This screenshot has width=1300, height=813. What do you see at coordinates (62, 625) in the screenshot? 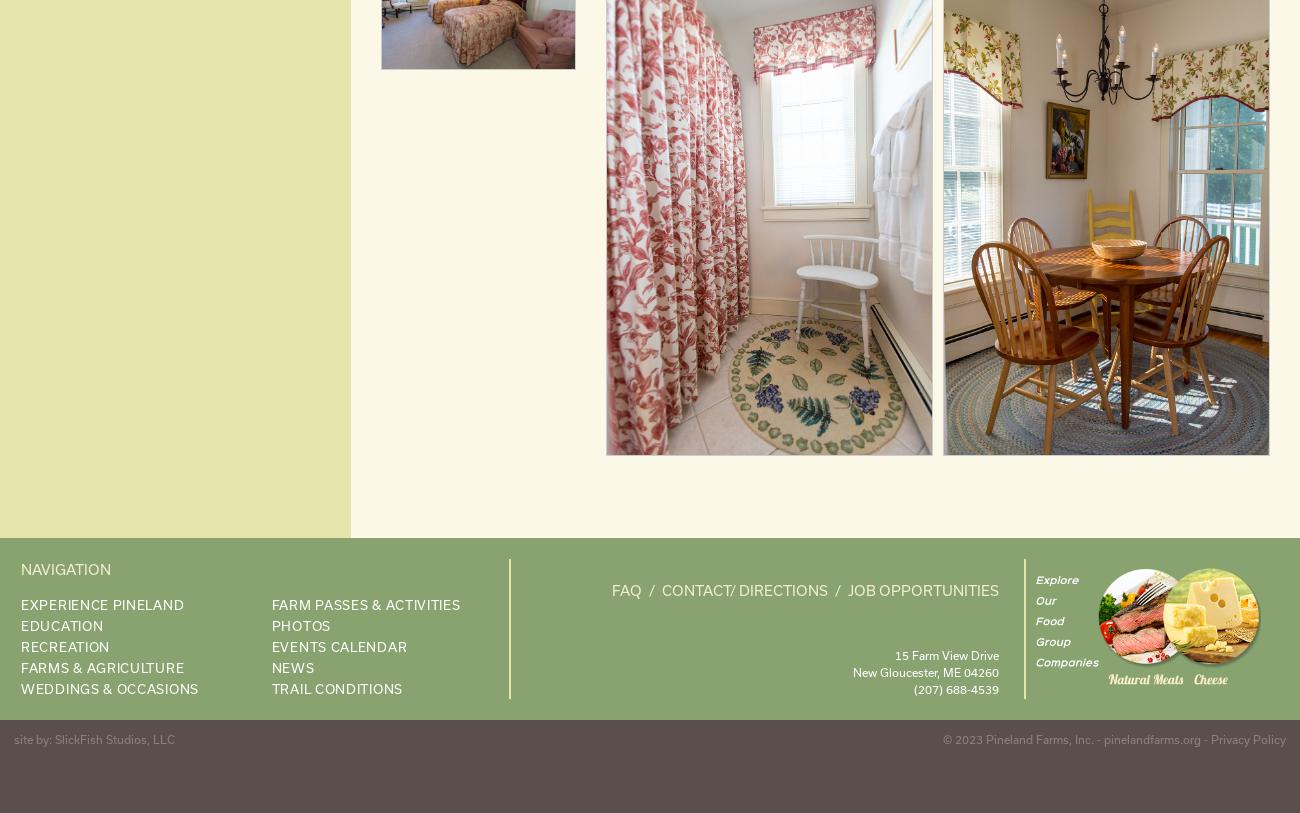
I see `'Education'` at bounding box center [62, 625].